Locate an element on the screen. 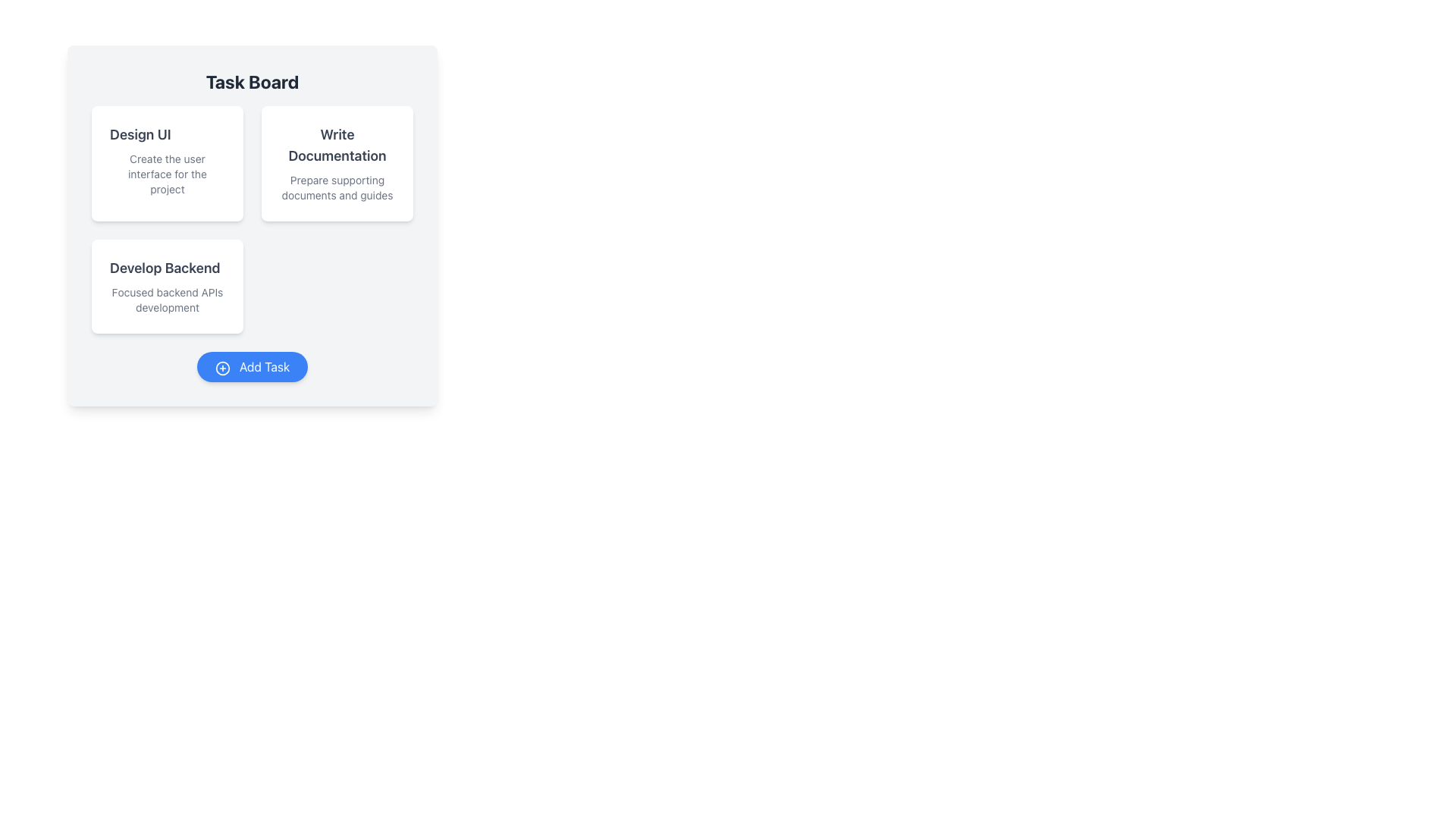 The height and width of the screenshot is (819, 1456). the graphical circle within the 'Add Task' button's icon, which signifies adding a task is located at coordinates (221, 368).